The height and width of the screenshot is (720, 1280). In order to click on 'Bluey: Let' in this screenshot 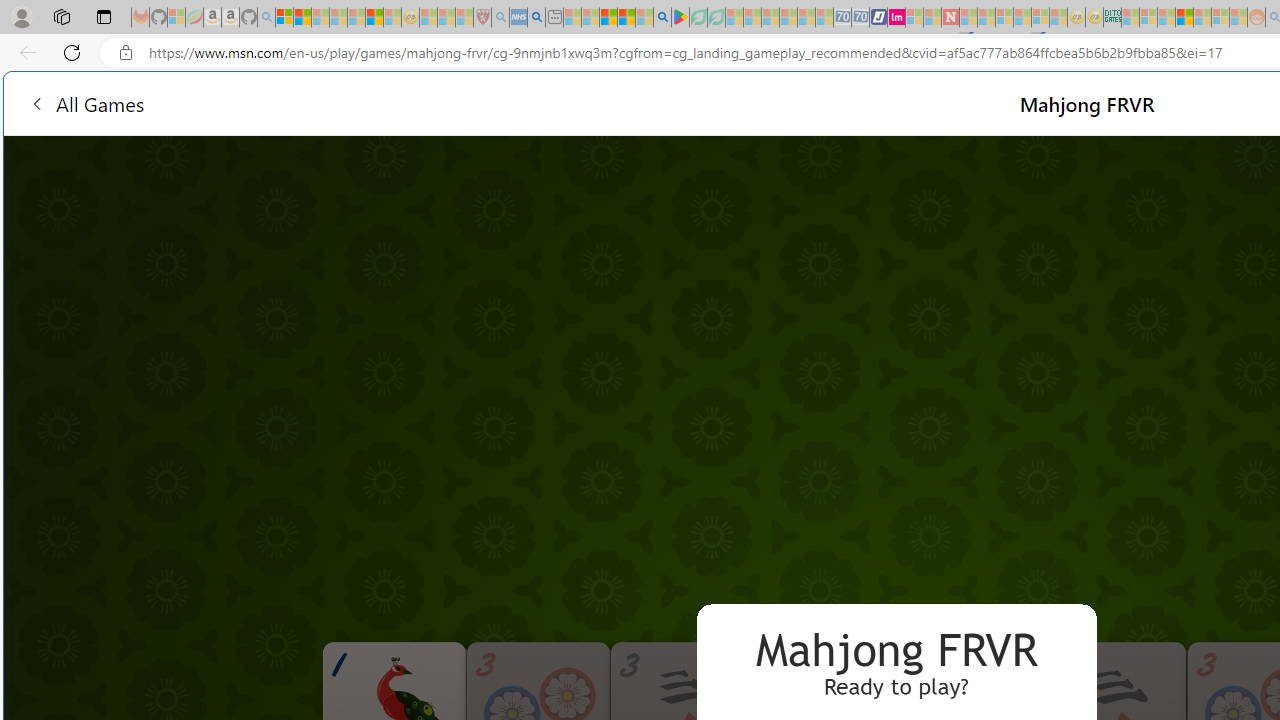, I will do `click(680, 17)`.